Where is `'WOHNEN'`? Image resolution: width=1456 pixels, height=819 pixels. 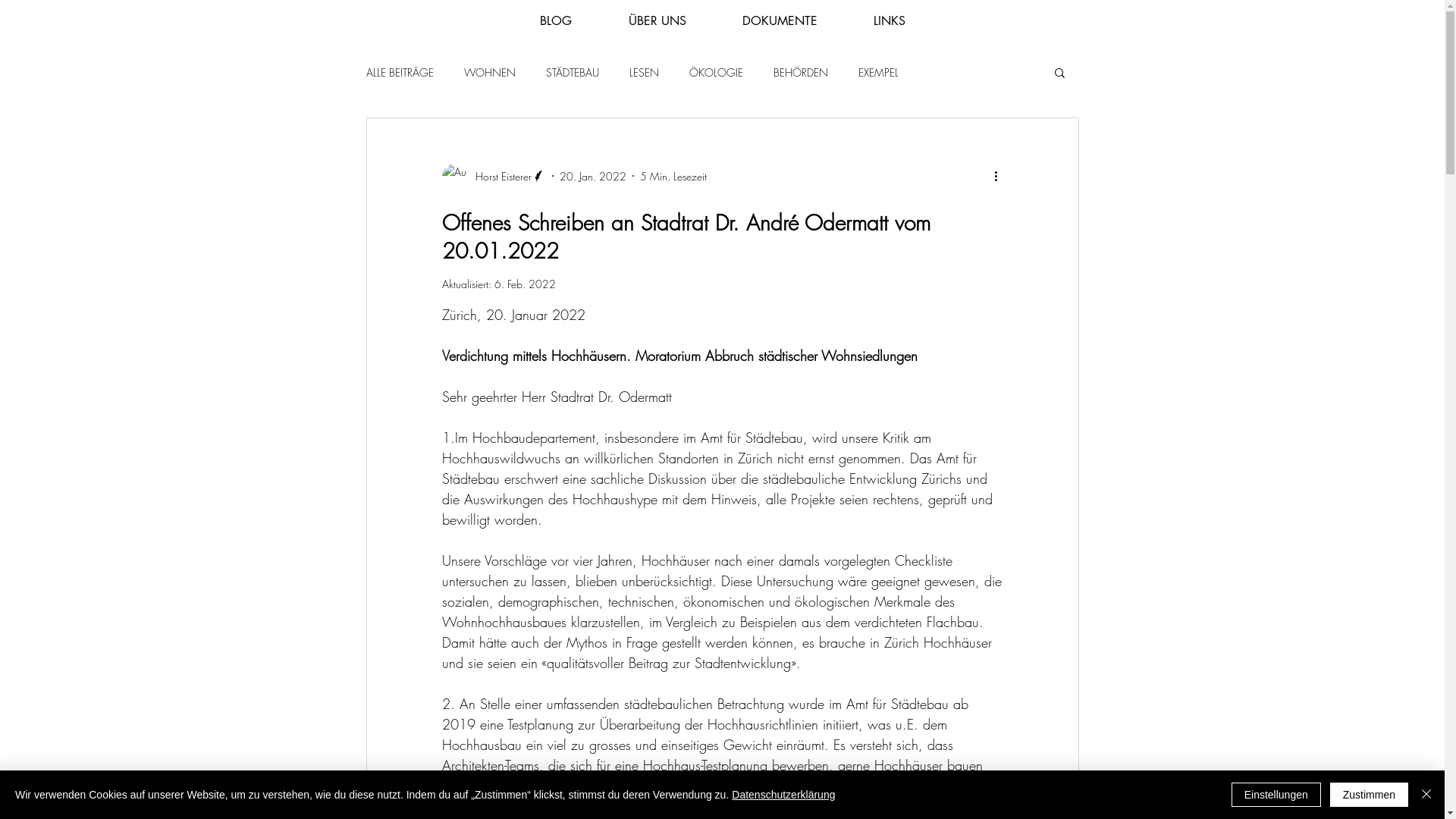
'WOHNEN' is located at coordinates (490, 72).